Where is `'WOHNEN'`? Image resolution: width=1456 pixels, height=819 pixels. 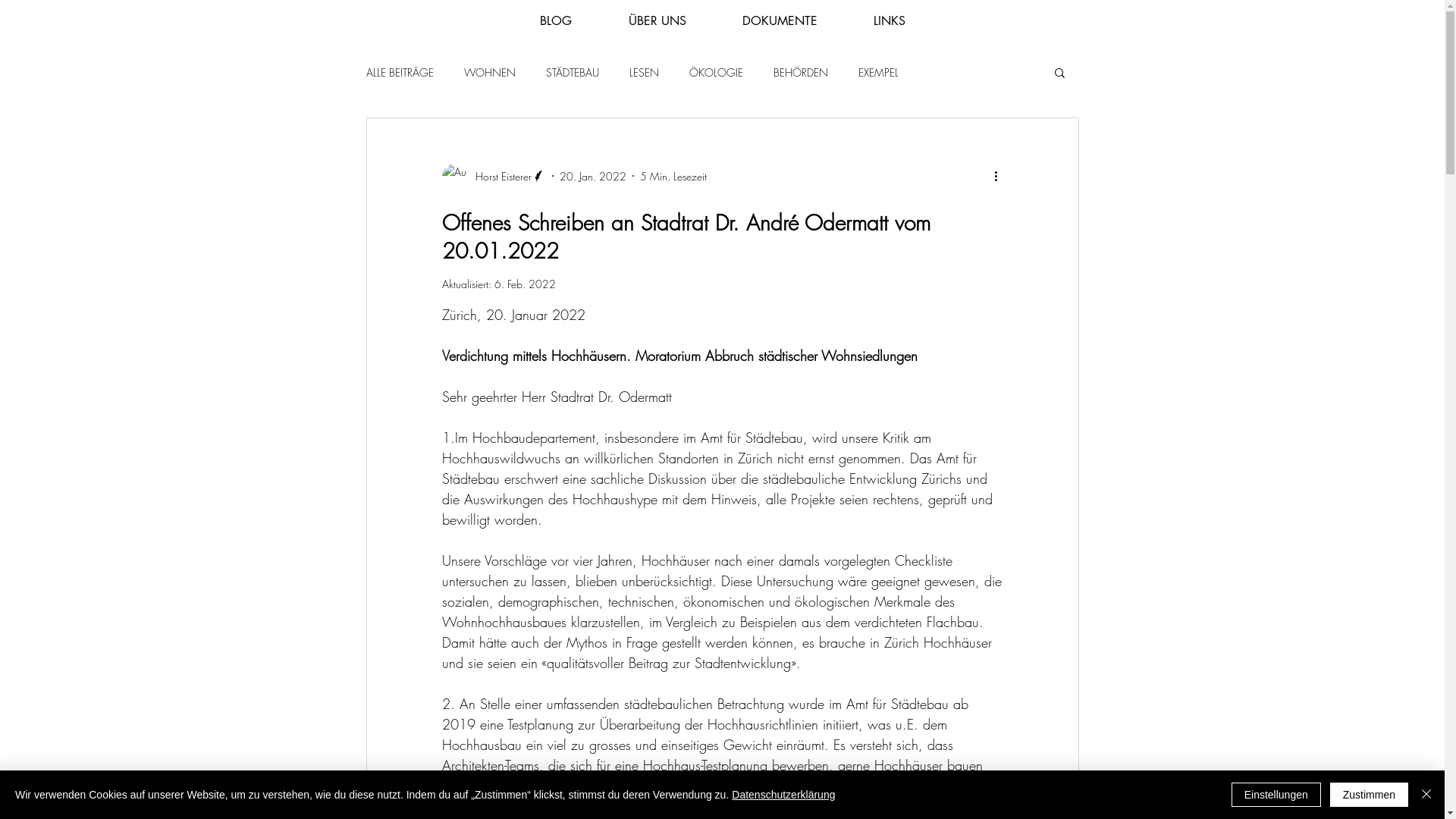
'WOHNEN' is located at coordinates (490, 72).